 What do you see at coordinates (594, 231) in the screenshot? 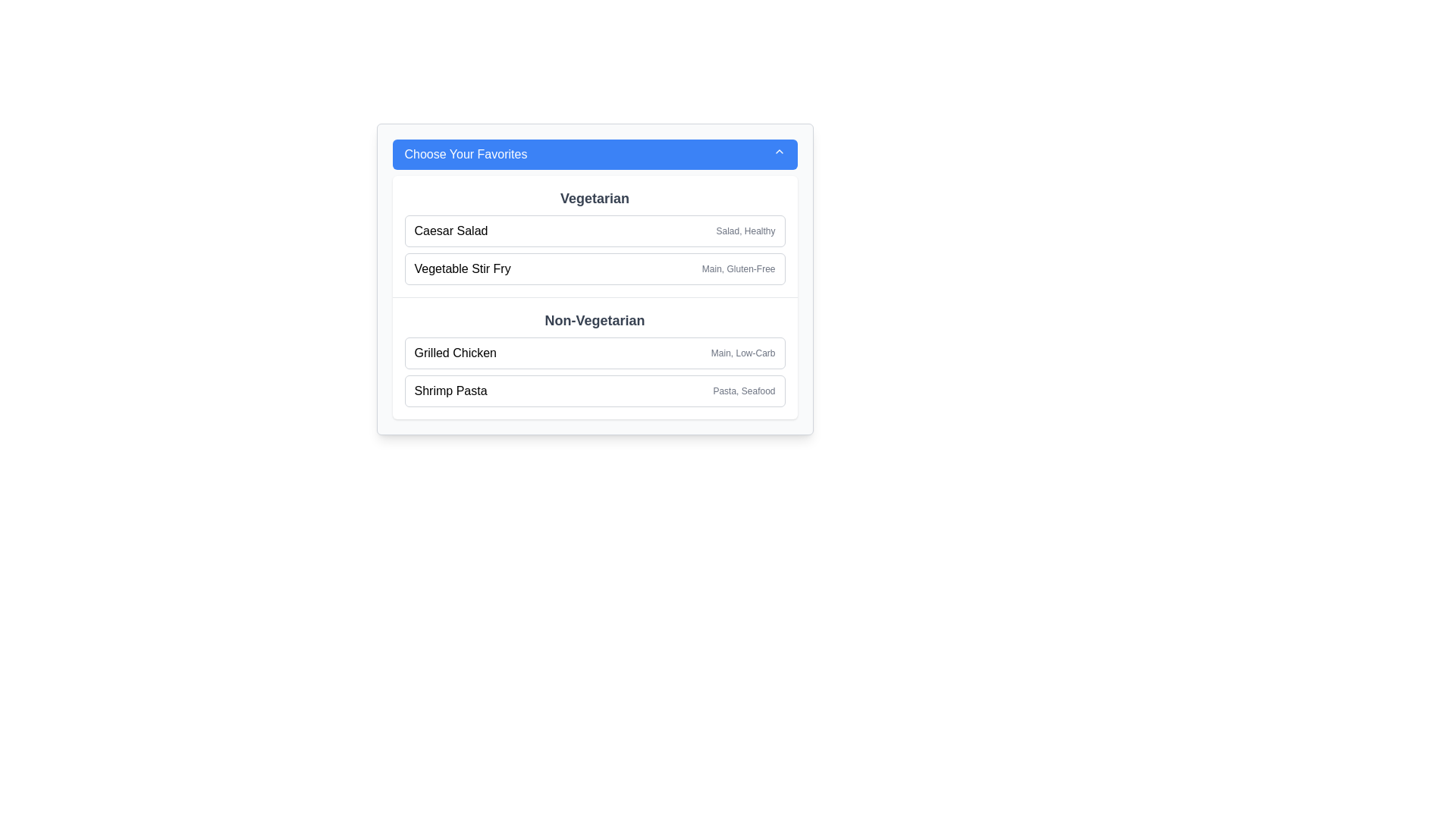
I see `the first selectable list item labeled 'Caesar Salad' under the 'Vegetarian' section` at bounding box center [594, 231].